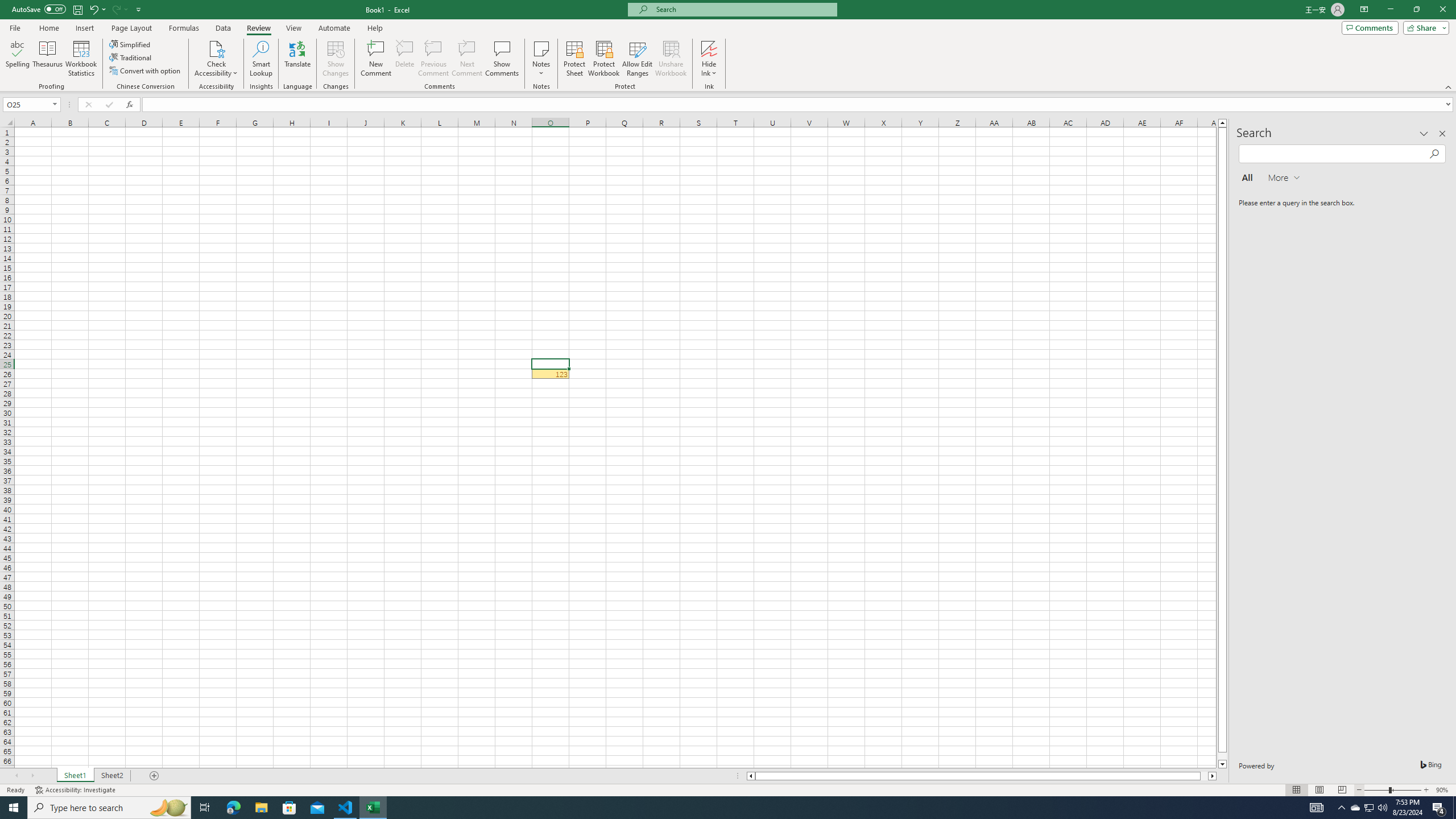 Image resolution: width=1456 pixels, height=819 pixels. I want to click on 'Delete', so click(404, 59).